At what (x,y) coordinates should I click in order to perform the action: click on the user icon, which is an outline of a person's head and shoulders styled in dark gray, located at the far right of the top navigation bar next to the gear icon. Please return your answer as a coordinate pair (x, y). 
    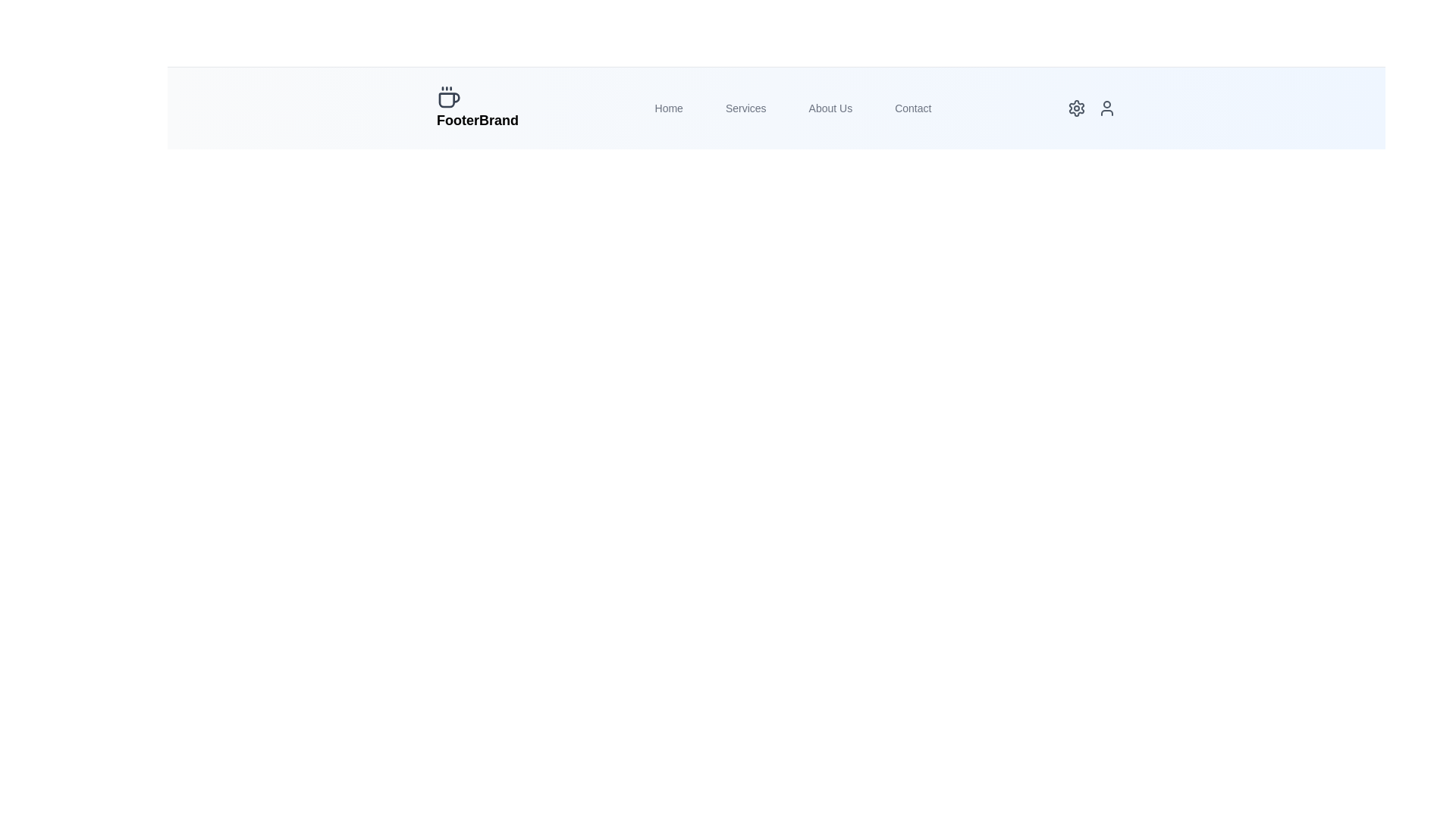
    Looking at the image, I should click on (1106, 107).